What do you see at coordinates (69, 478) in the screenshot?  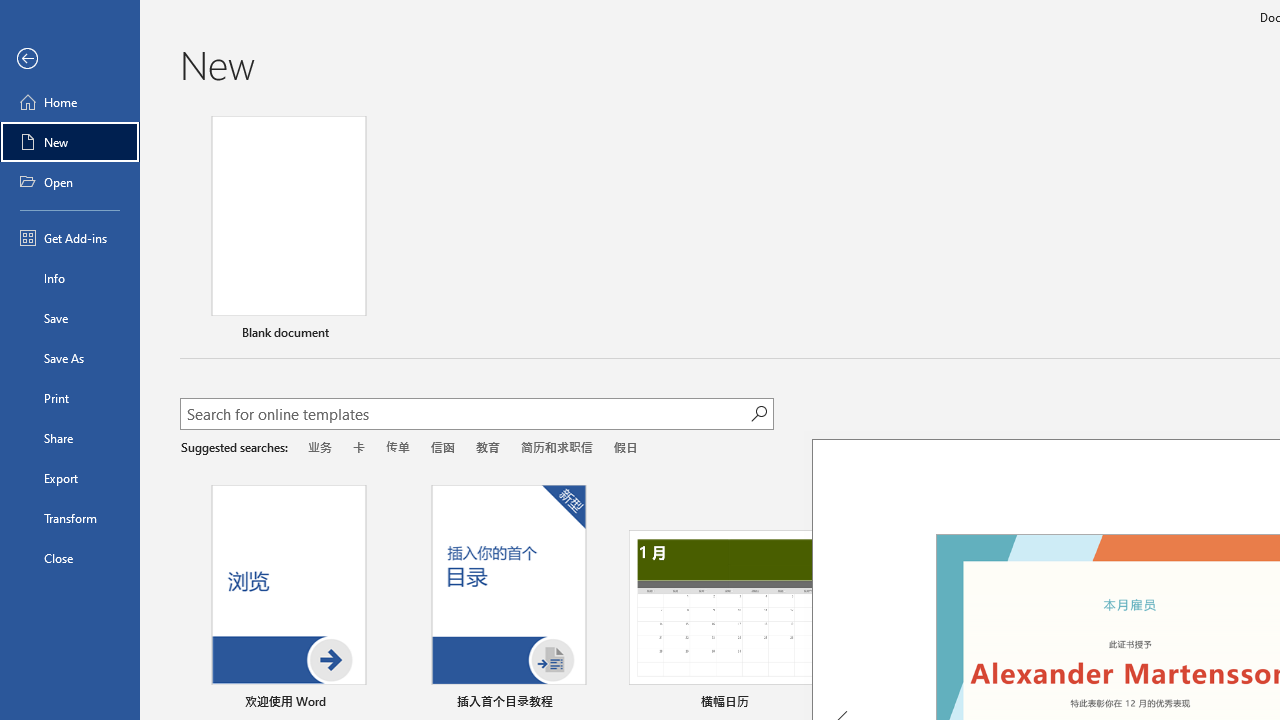 I see `'Export'` at bounding box center [69, 478].